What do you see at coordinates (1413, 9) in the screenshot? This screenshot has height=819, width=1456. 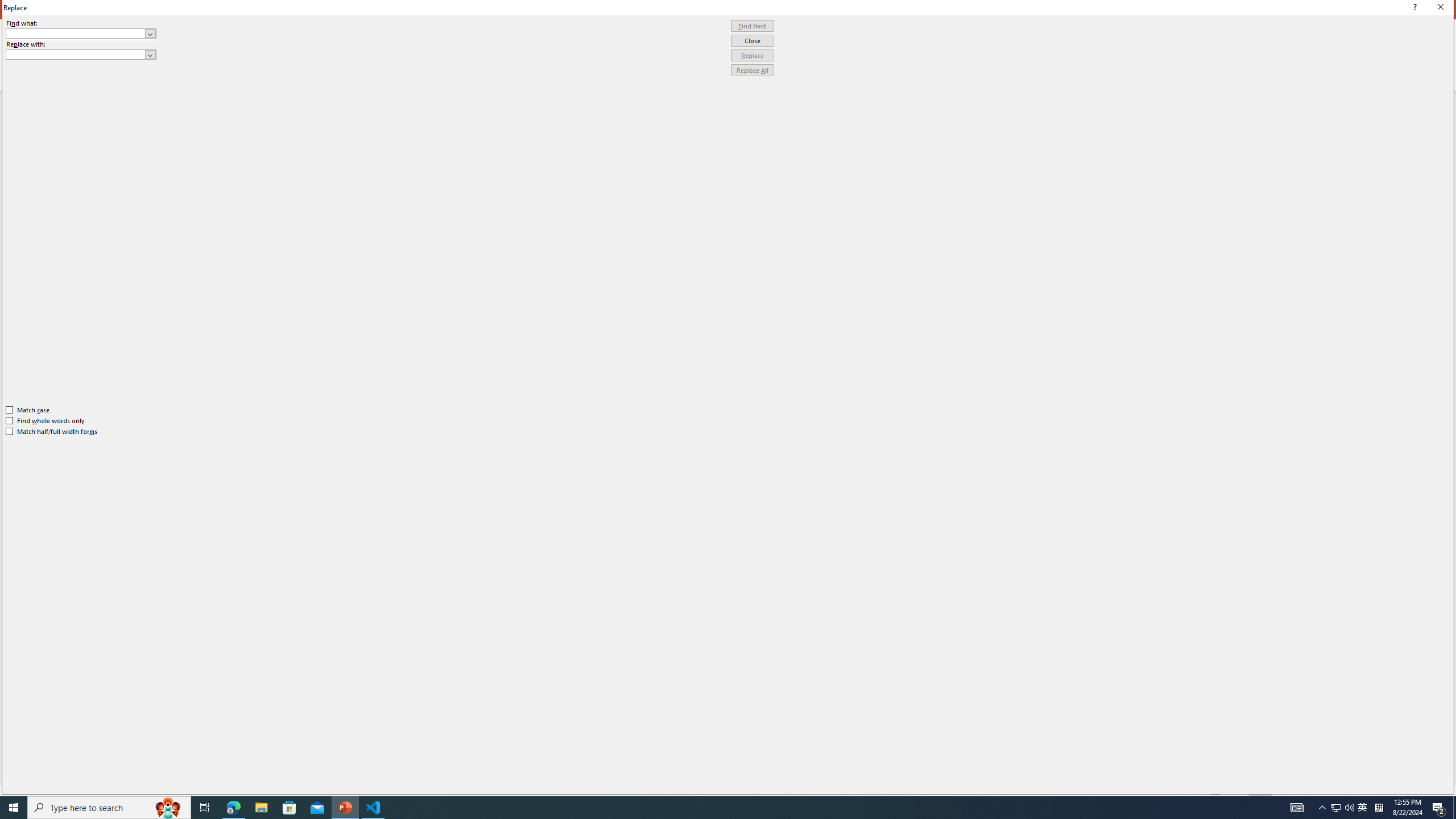 I see `'Context help'` at bounding box center [1413, 9].